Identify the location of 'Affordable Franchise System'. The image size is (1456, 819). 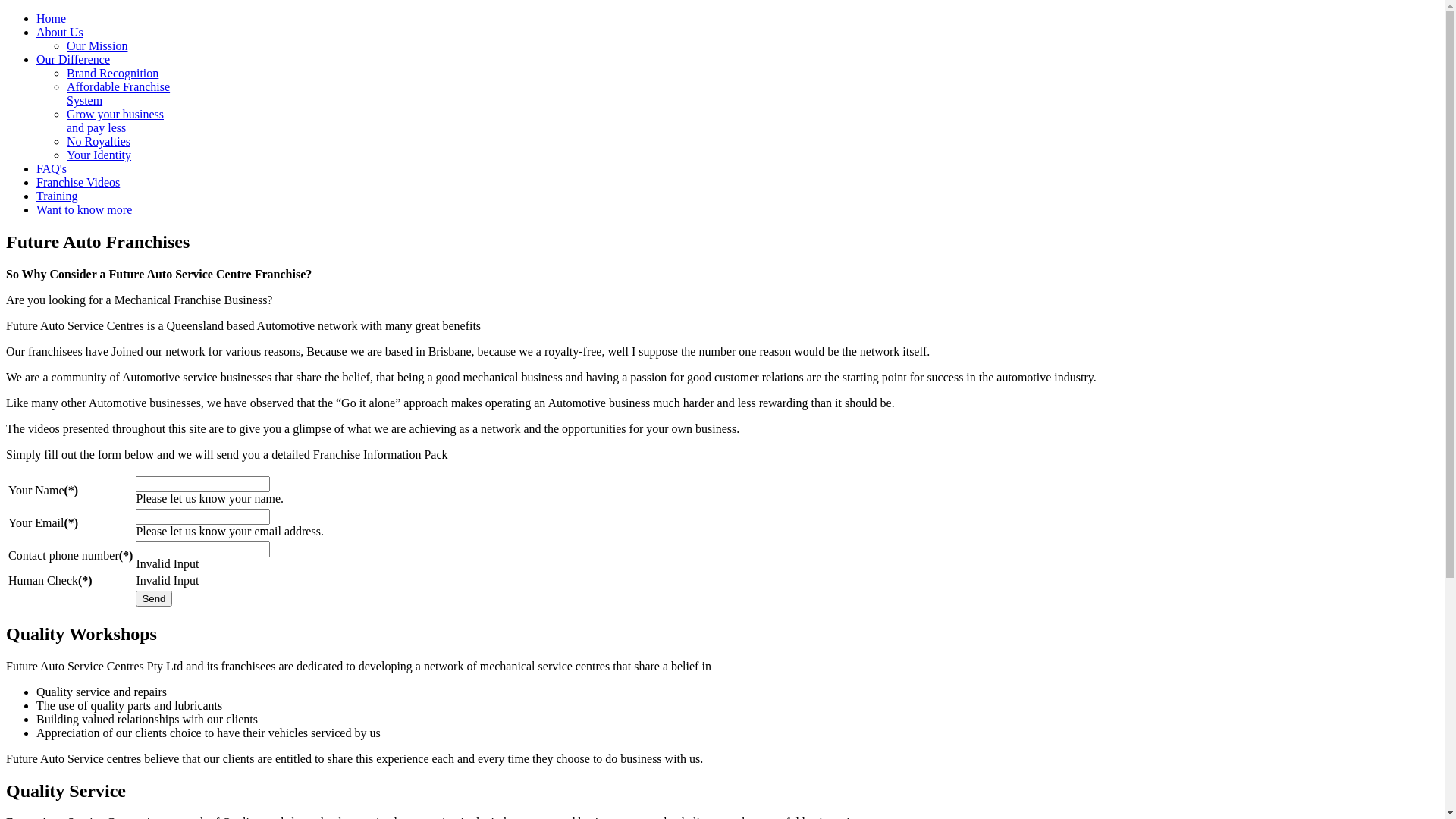
(118, 93).